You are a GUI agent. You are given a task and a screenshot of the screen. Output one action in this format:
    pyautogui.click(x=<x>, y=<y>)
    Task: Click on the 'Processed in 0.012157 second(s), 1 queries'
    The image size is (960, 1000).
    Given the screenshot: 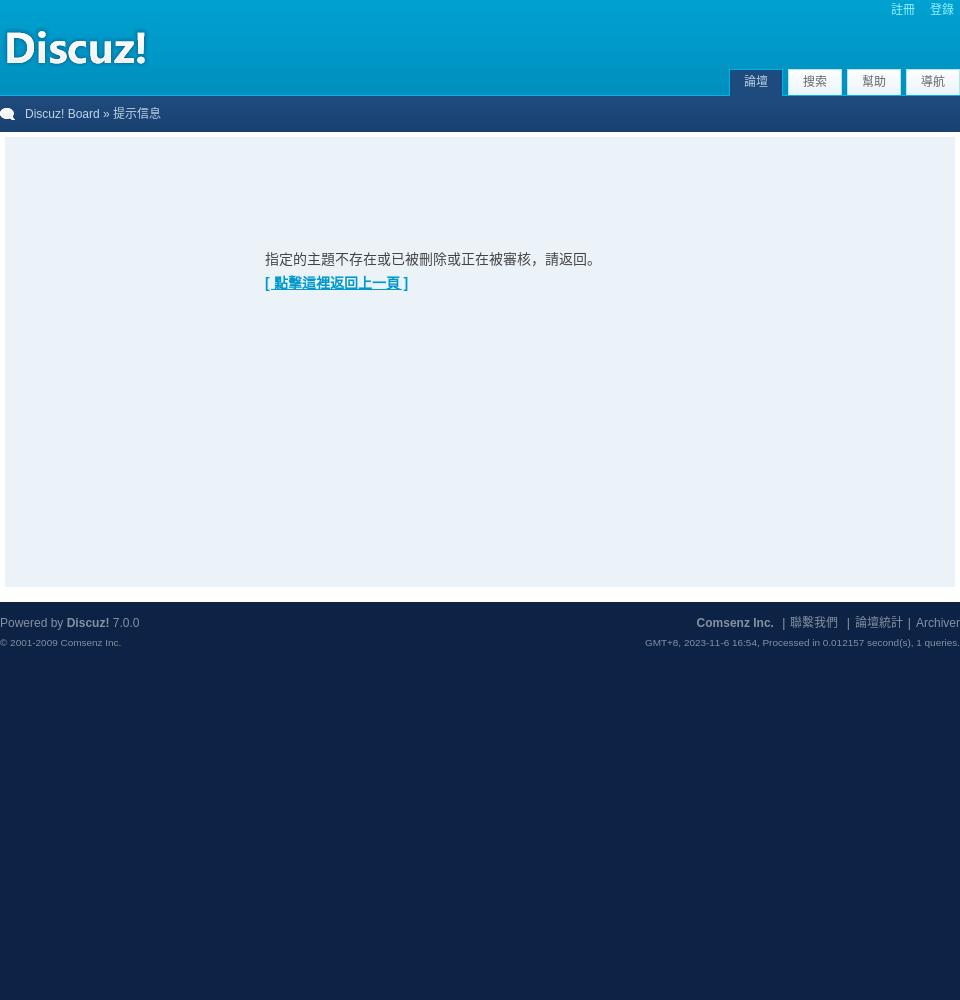 What is the action you would take?
    pyautogui.click(x=858, y=642)
    